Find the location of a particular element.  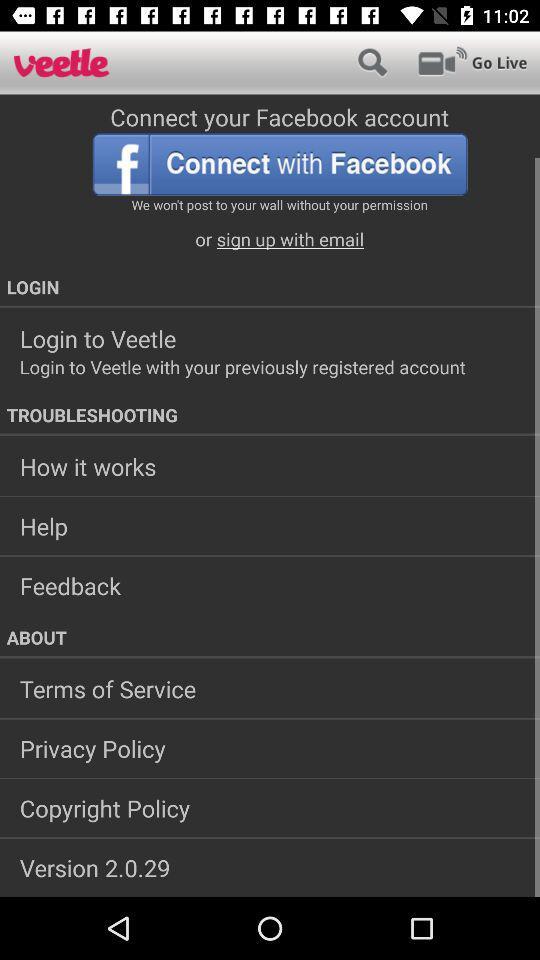

search option is located at coordinates (372, 62).